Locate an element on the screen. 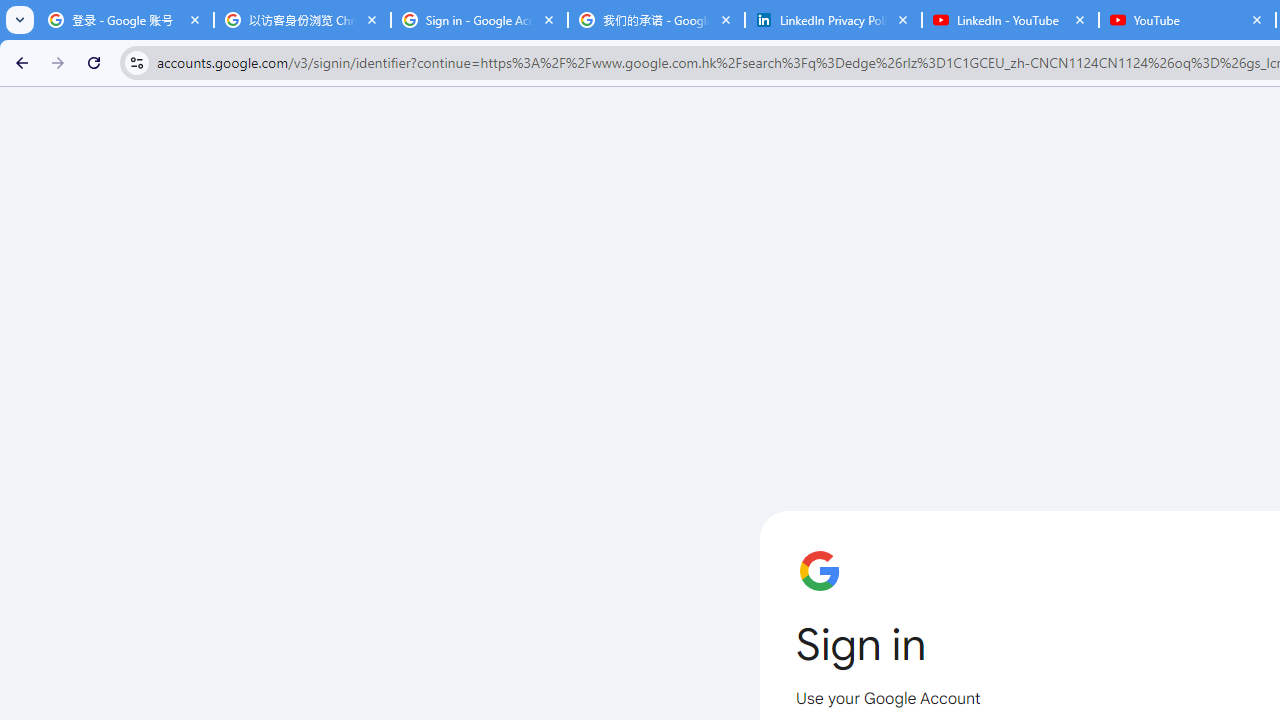 The width and height of the screenshot is (1280, 720). 'LinkedIn - YouTube' is located at coordinates (1010, 20).